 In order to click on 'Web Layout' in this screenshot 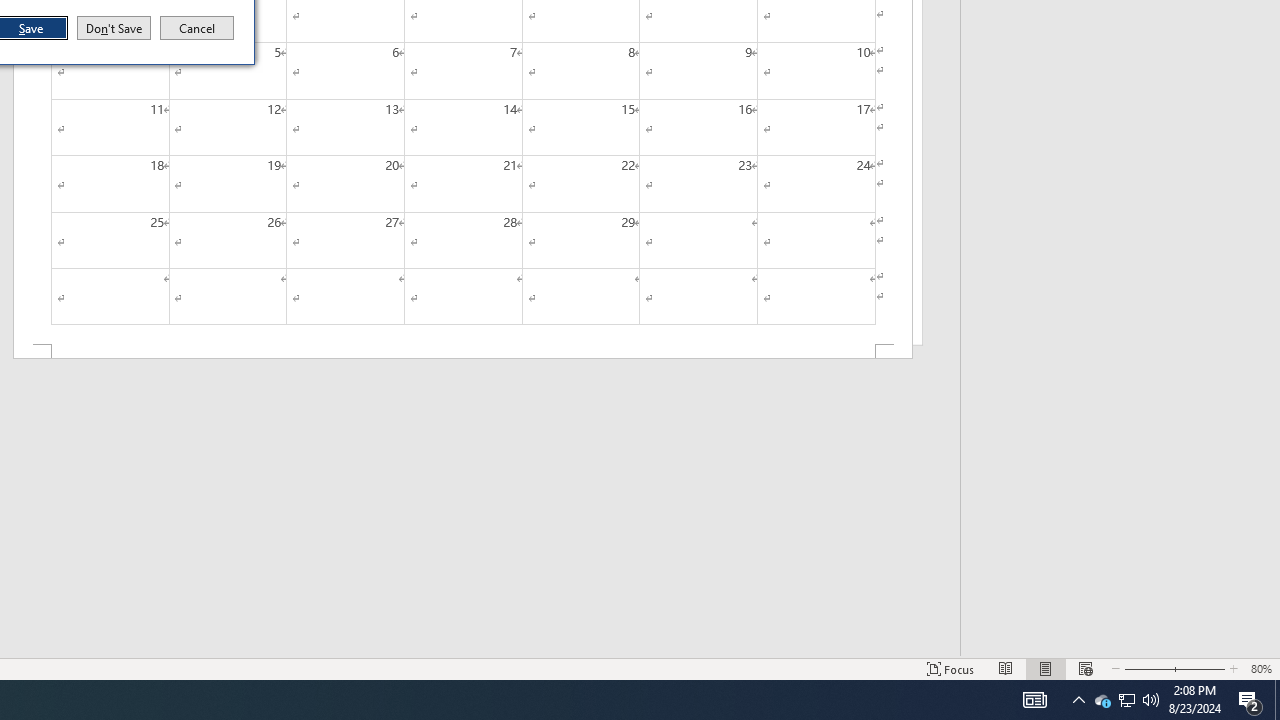, I will do `click(1085, 669)`.